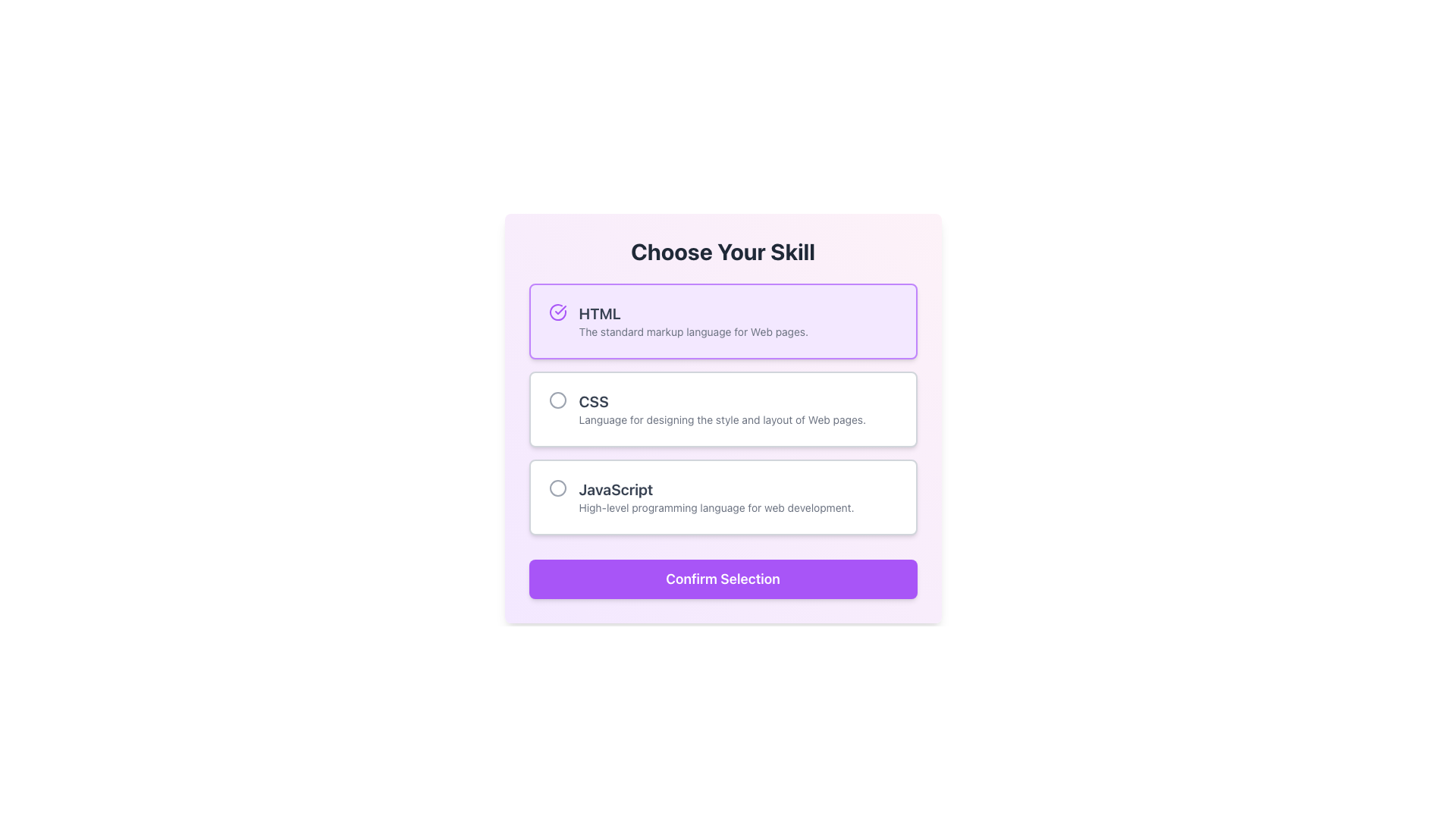 Image resolution: width=1456 pixels, height=819 pixels. I want to click on the selection status of the circular icon with a checkmark inside, which has a purple border and is located to the left of the 'HTML' text in the first option section highlighted in purple, so click(557, 312).